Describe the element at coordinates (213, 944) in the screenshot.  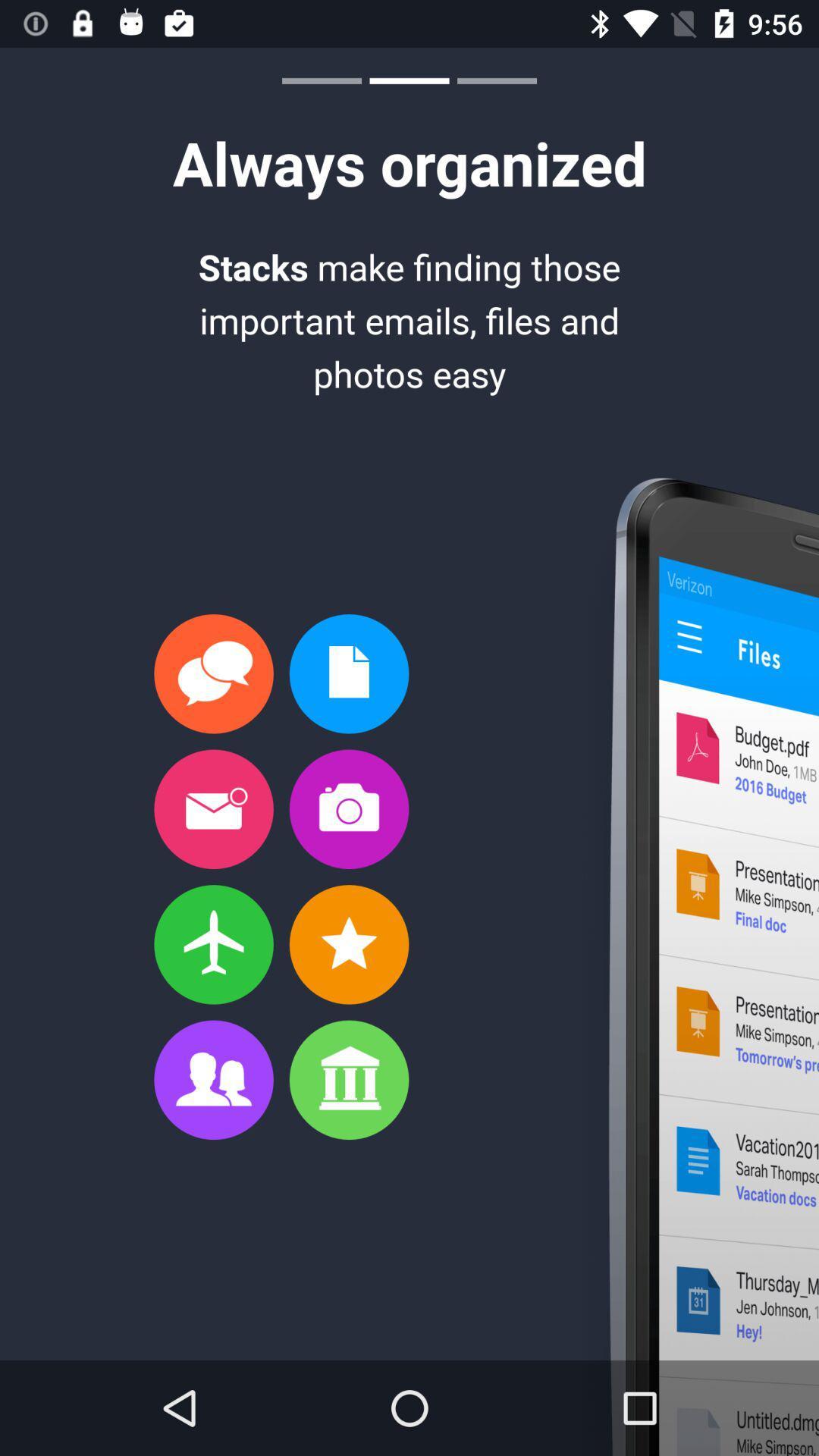
I see `the first option in third row` at that location.